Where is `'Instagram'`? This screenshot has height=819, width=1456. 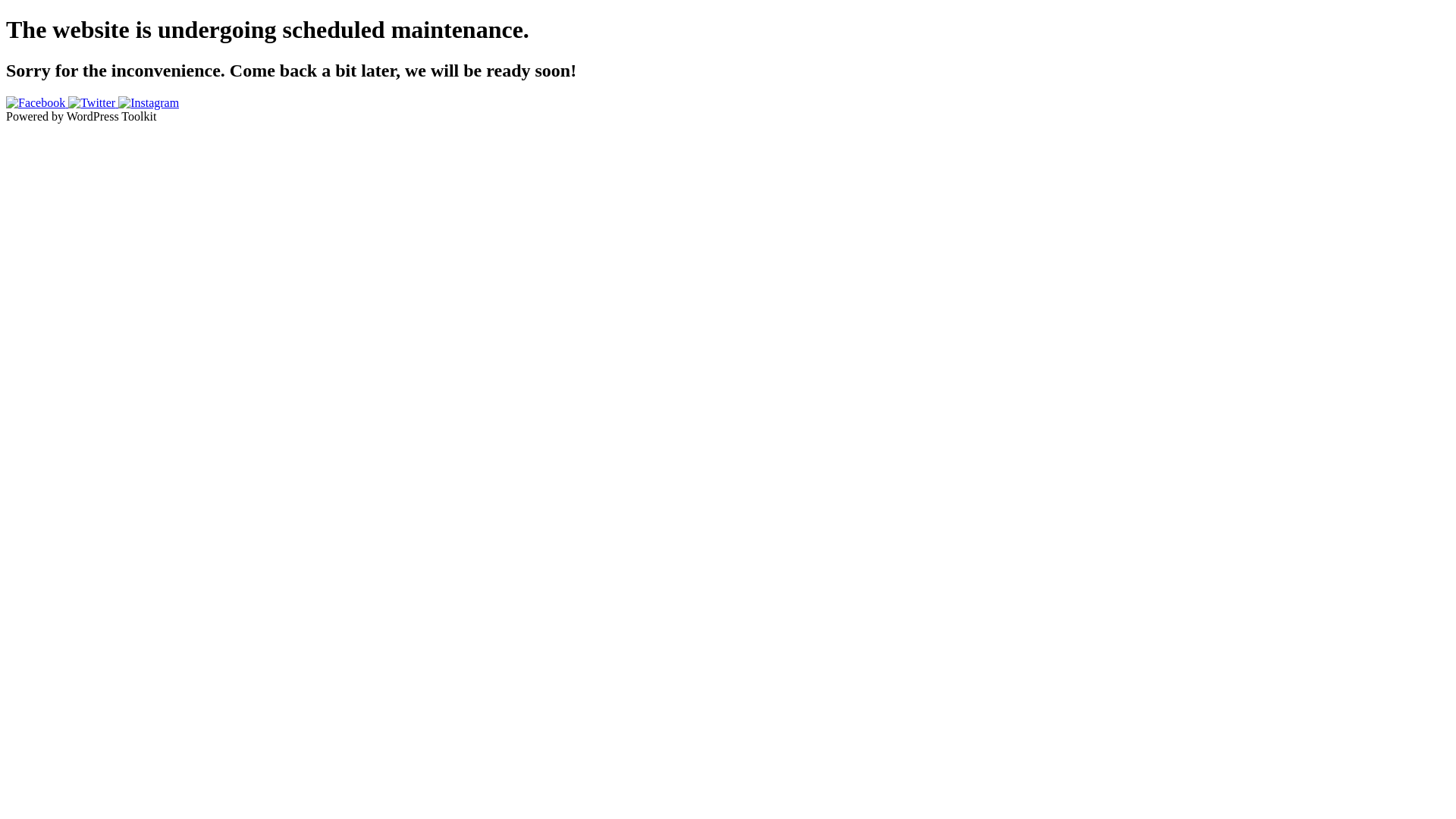 'Instagram' is located at coordinates (149, 102).